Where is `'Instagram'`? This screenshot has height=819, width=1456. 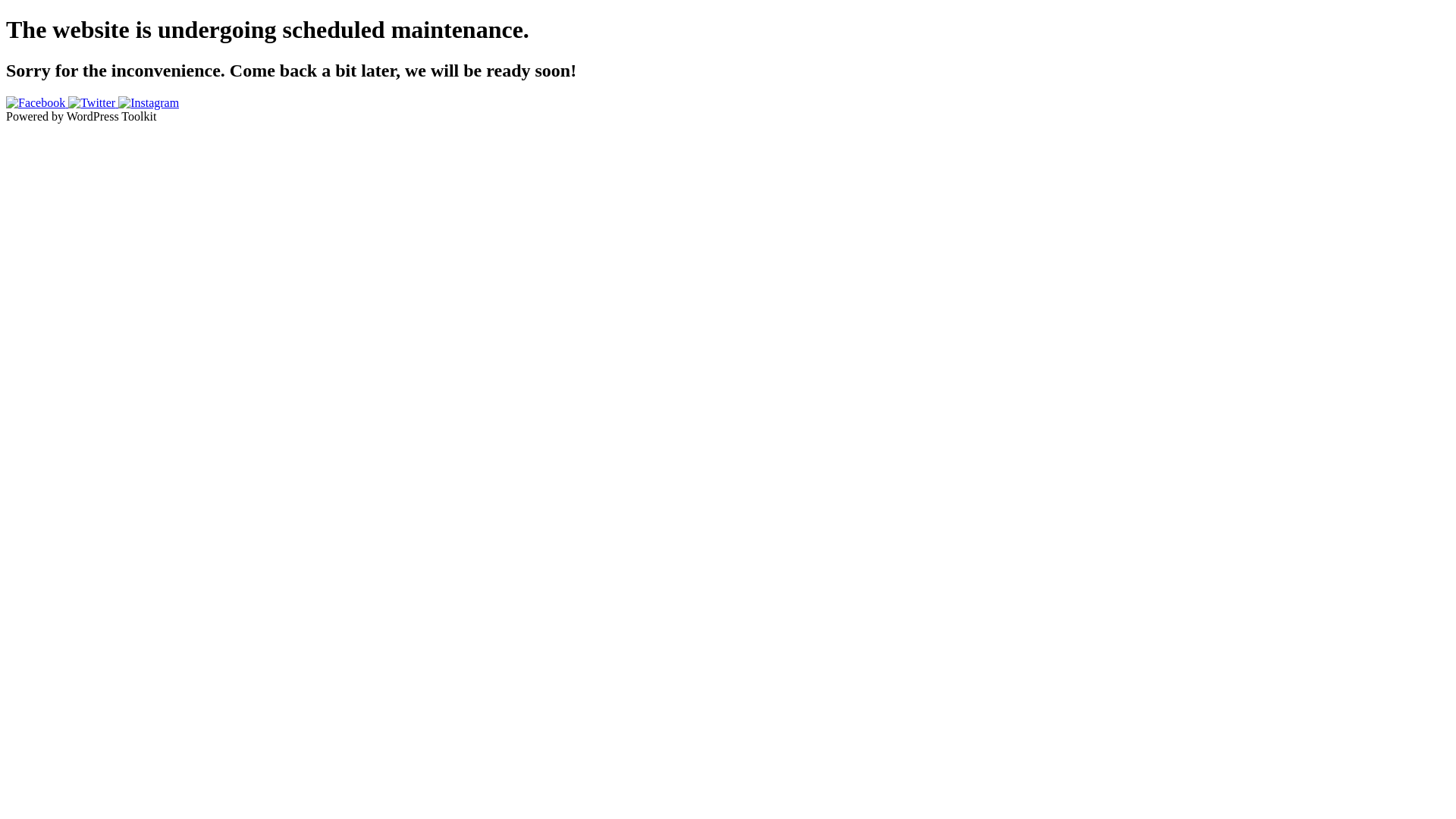 'Instagram' is located at coordinates (149, 102).